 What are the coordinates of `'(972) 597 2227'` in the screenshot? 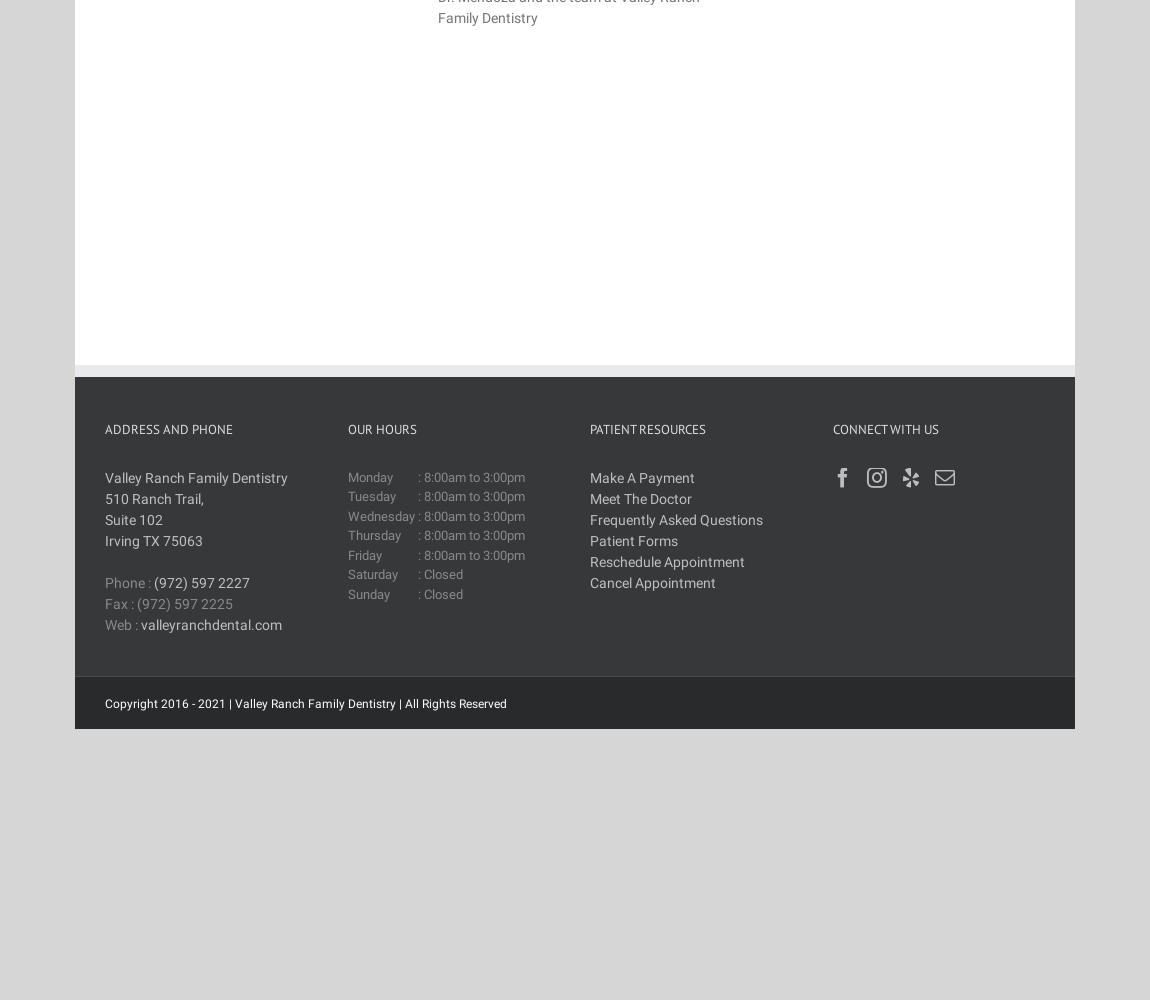 It's located at (201, 581).